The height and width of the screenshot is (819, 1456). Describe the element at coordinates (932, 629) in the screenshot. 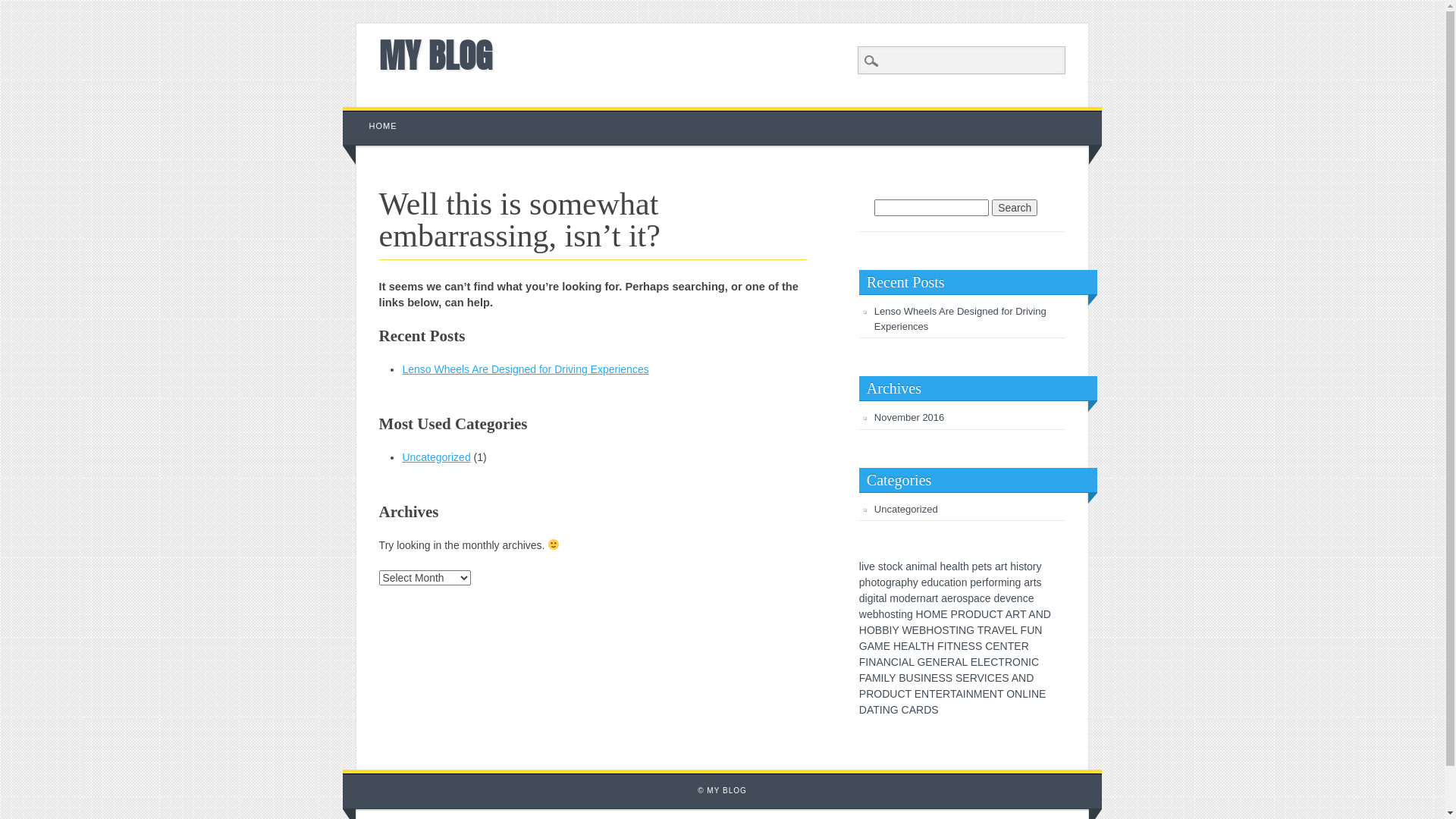

I see `'O'` at that location.